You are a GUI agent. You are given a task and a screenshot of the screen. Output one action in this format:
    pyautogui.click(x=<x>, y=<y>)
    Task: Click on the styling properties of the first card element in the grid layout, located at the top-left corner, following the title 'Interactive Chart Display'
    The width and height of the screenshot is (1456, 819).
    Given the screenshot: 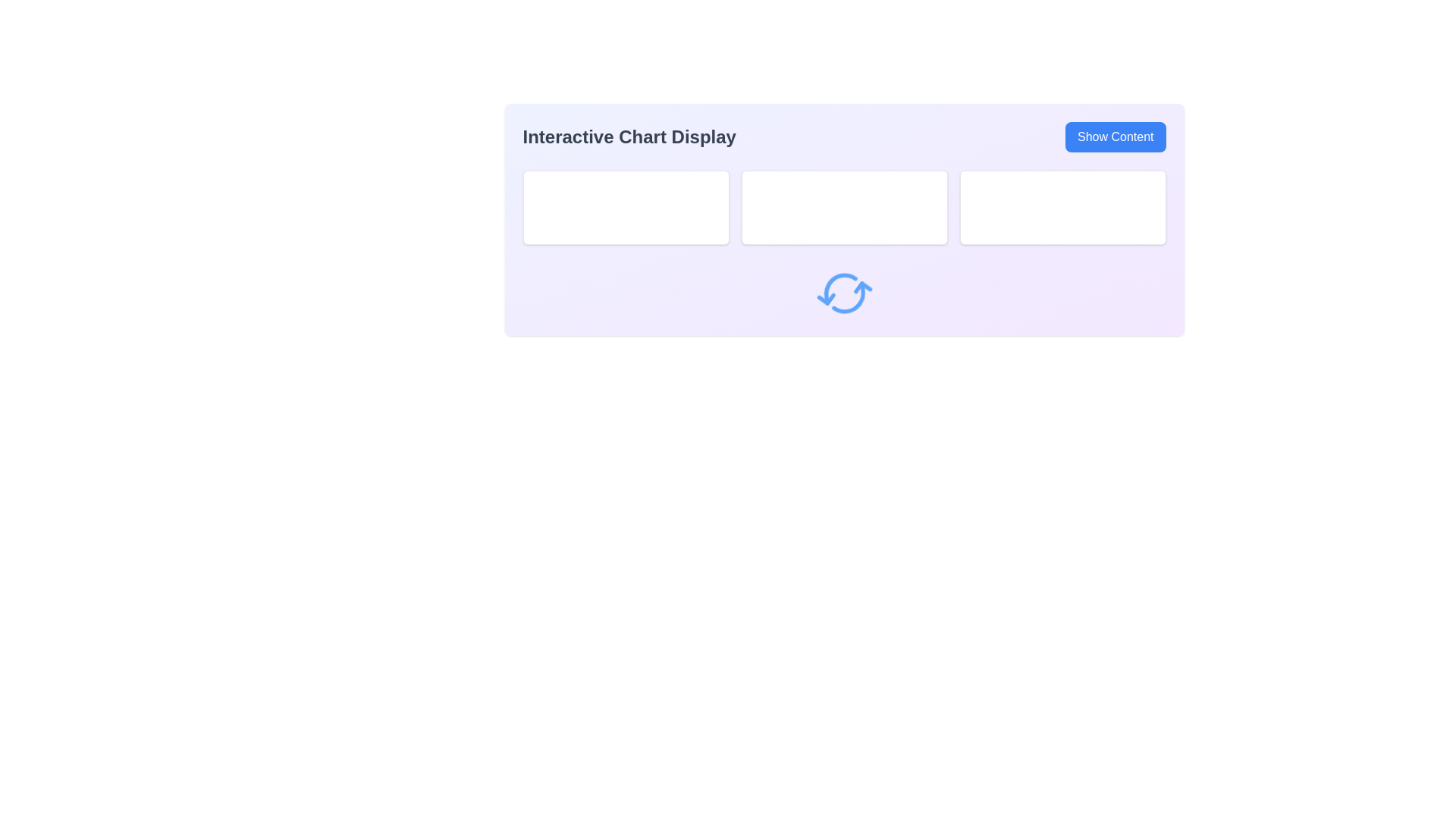 What is the action you would take?
    pyautogui.click(x=626, y=207)
    